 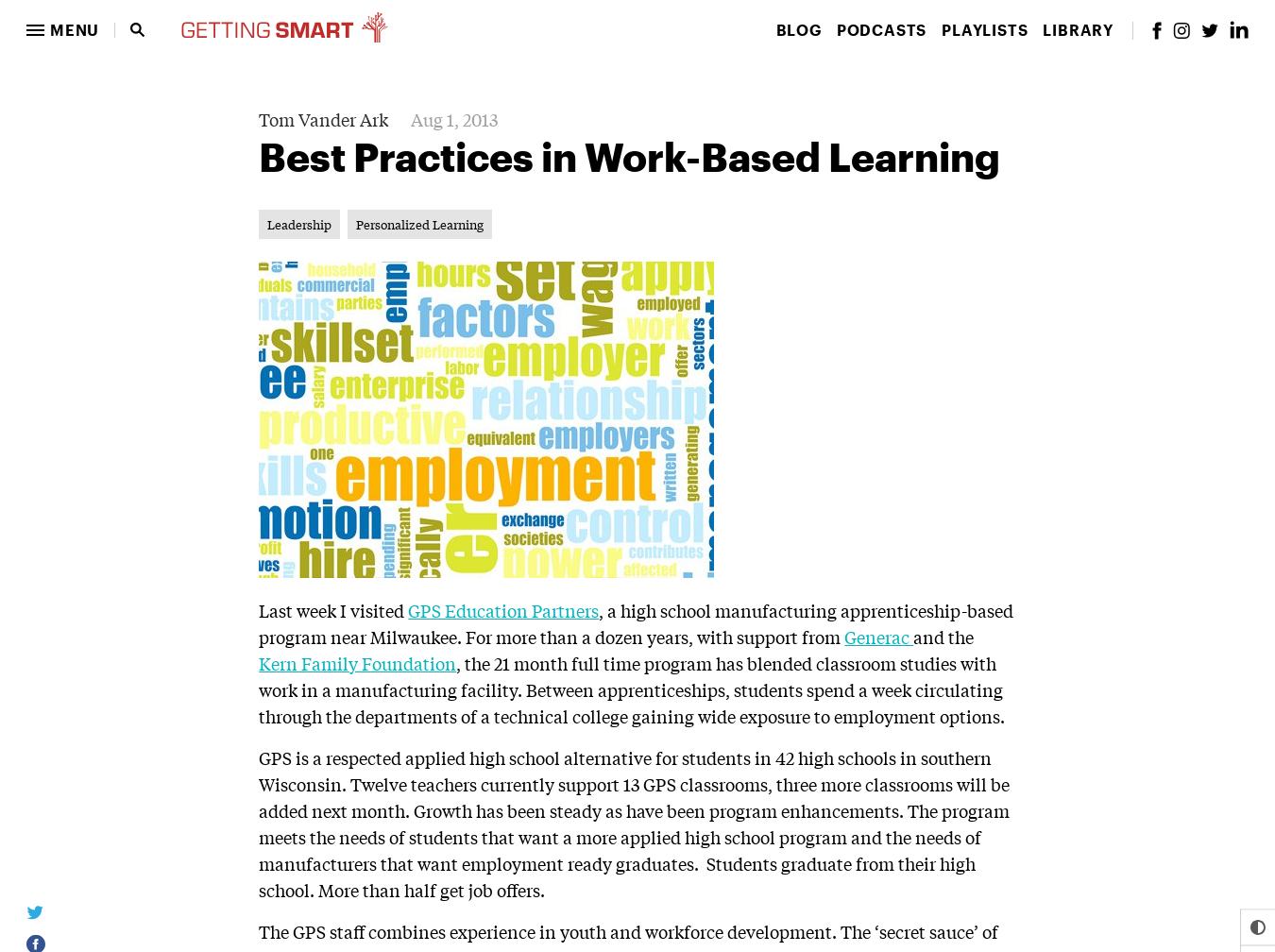 What do you see at coordinates (984, 29) in the screenshot?
I see `'Playlists'` at bounding box center [984, 29].